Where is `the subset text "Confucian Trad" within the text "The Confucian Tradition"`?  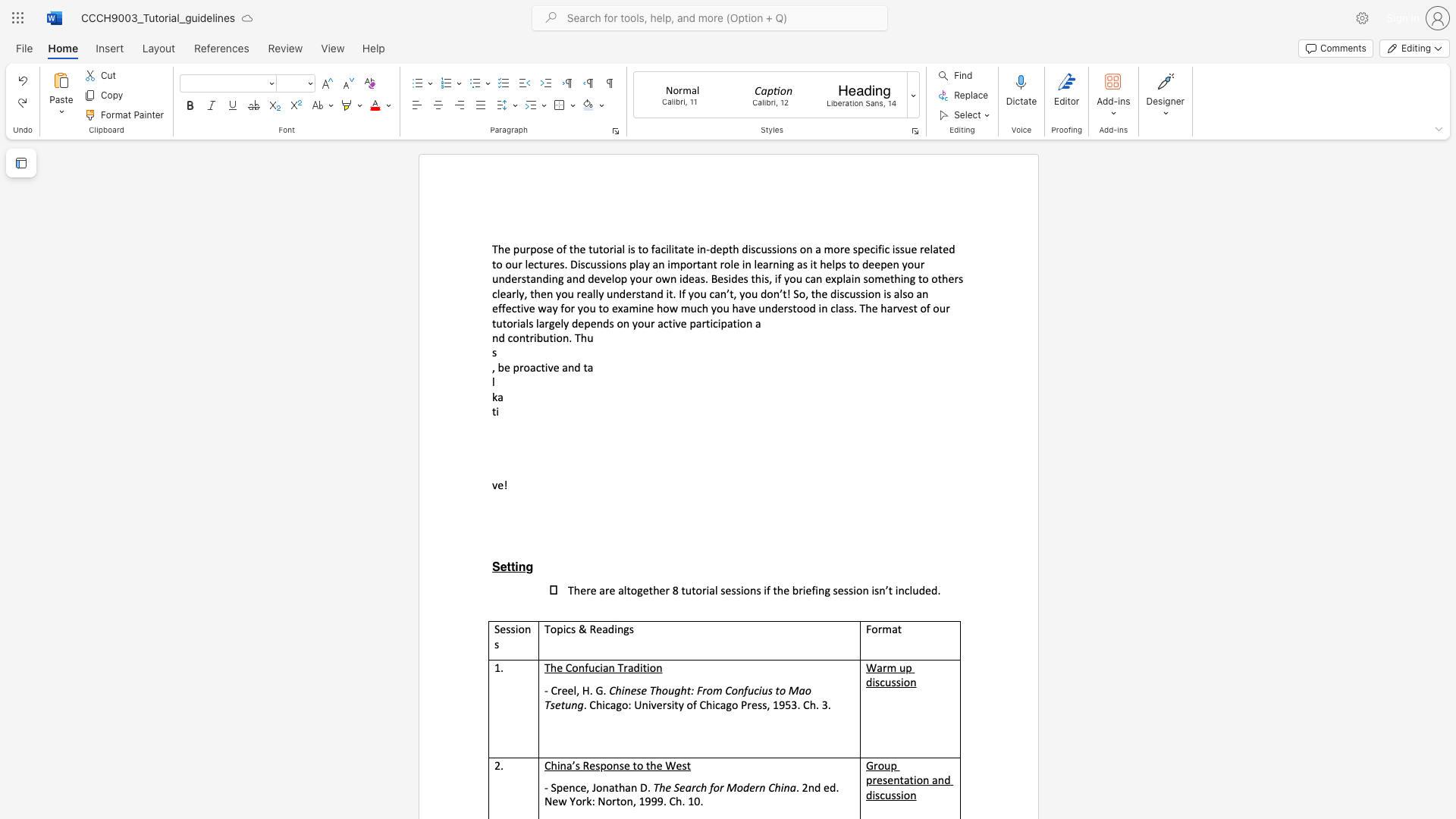 the subset text "Confucian Trad" within the text "The Confucian Tradition" is located at coordinates (564, 667).